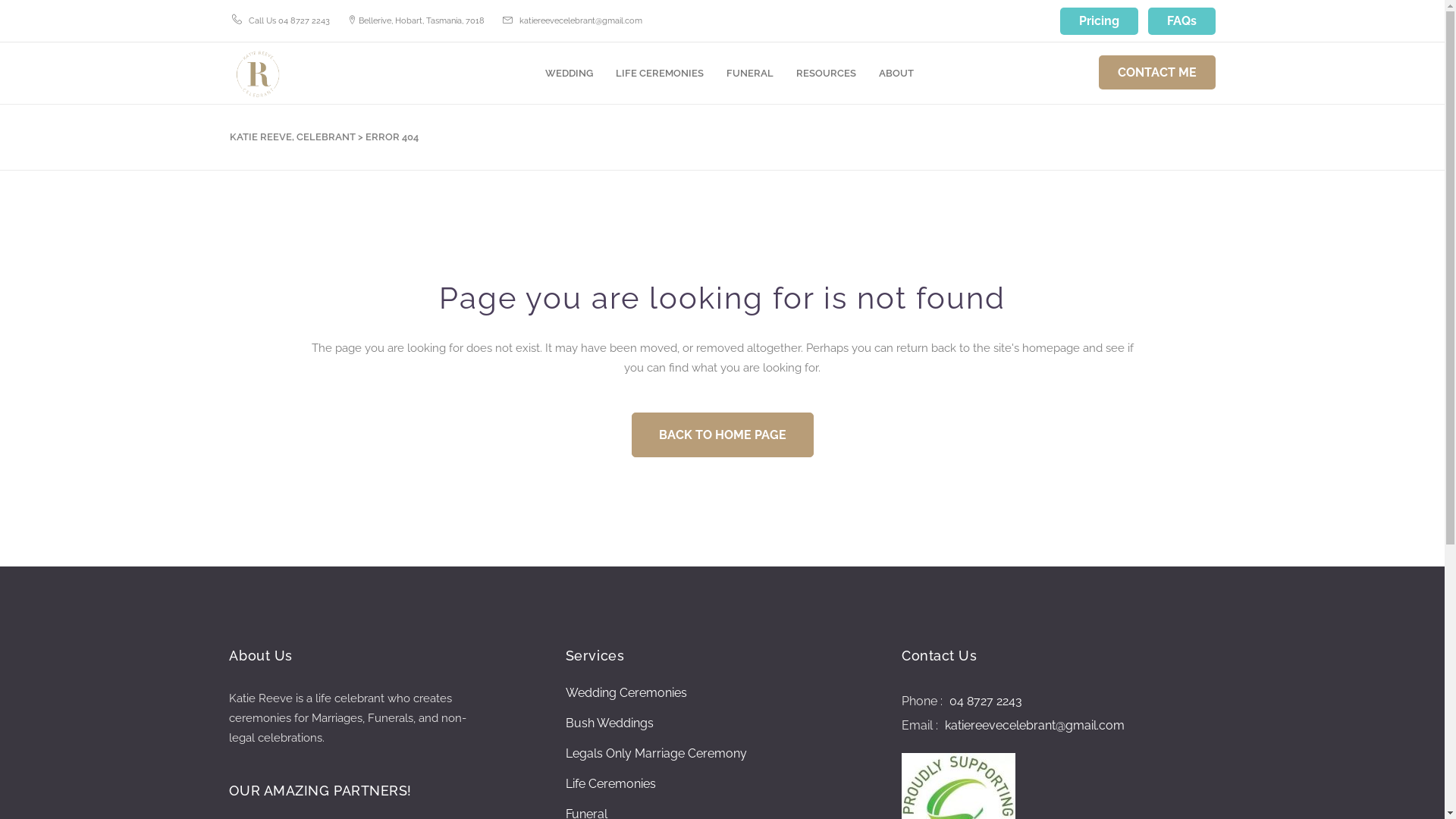 This screenshot has height=819, width=1456. What do you see at coordinates (568, 73) in the screenshot?
I see `'WEDDING'` at bounding box center [568, 73].